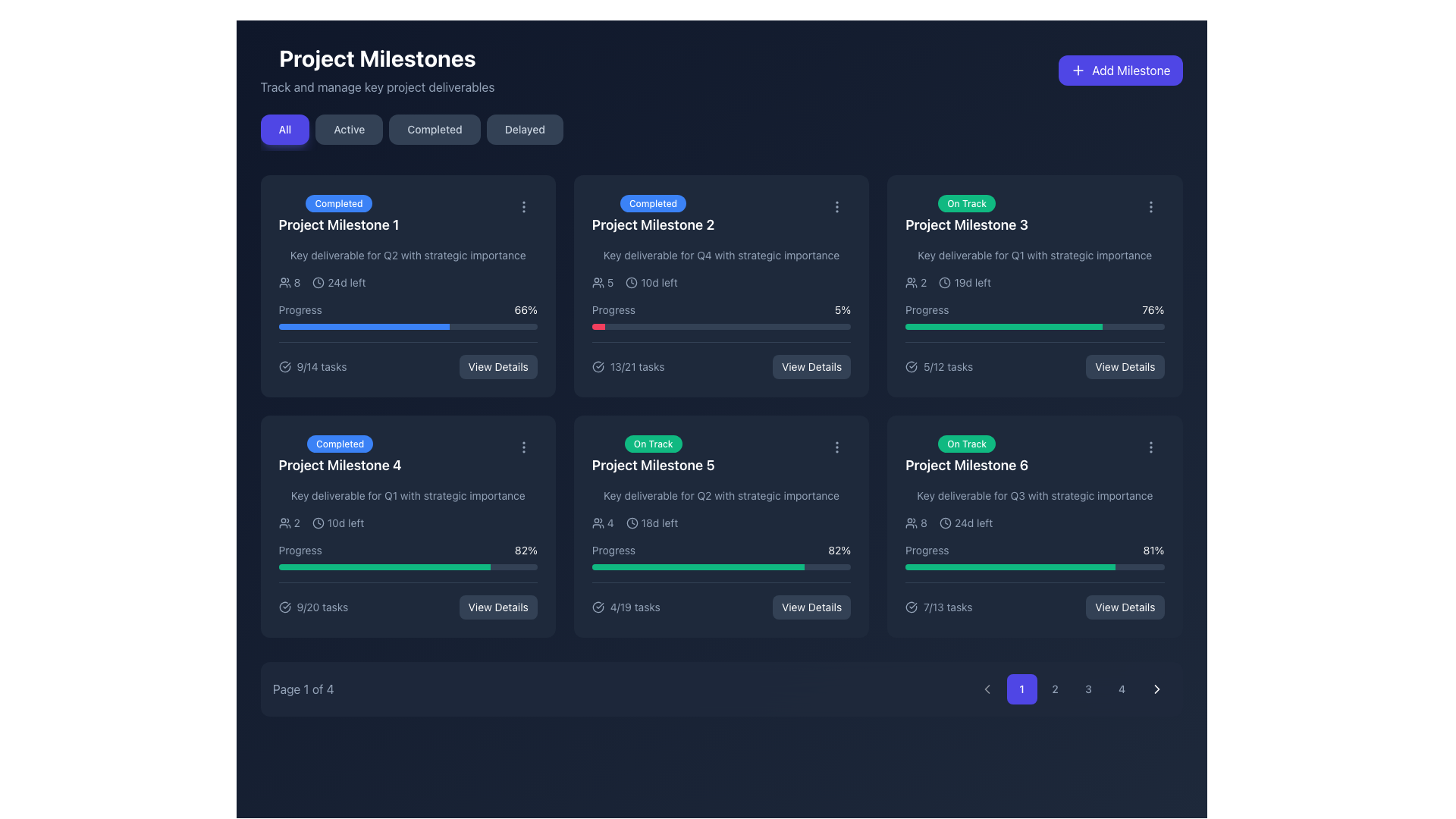 This screenshot has width=1456, height=819. What do you see at coordinates (811, 607) in the screenshot?
I see `the 'View Details' button located in the bottom-right corner of the 'Project Milestone 5' card` at bounding box center [811, 607].